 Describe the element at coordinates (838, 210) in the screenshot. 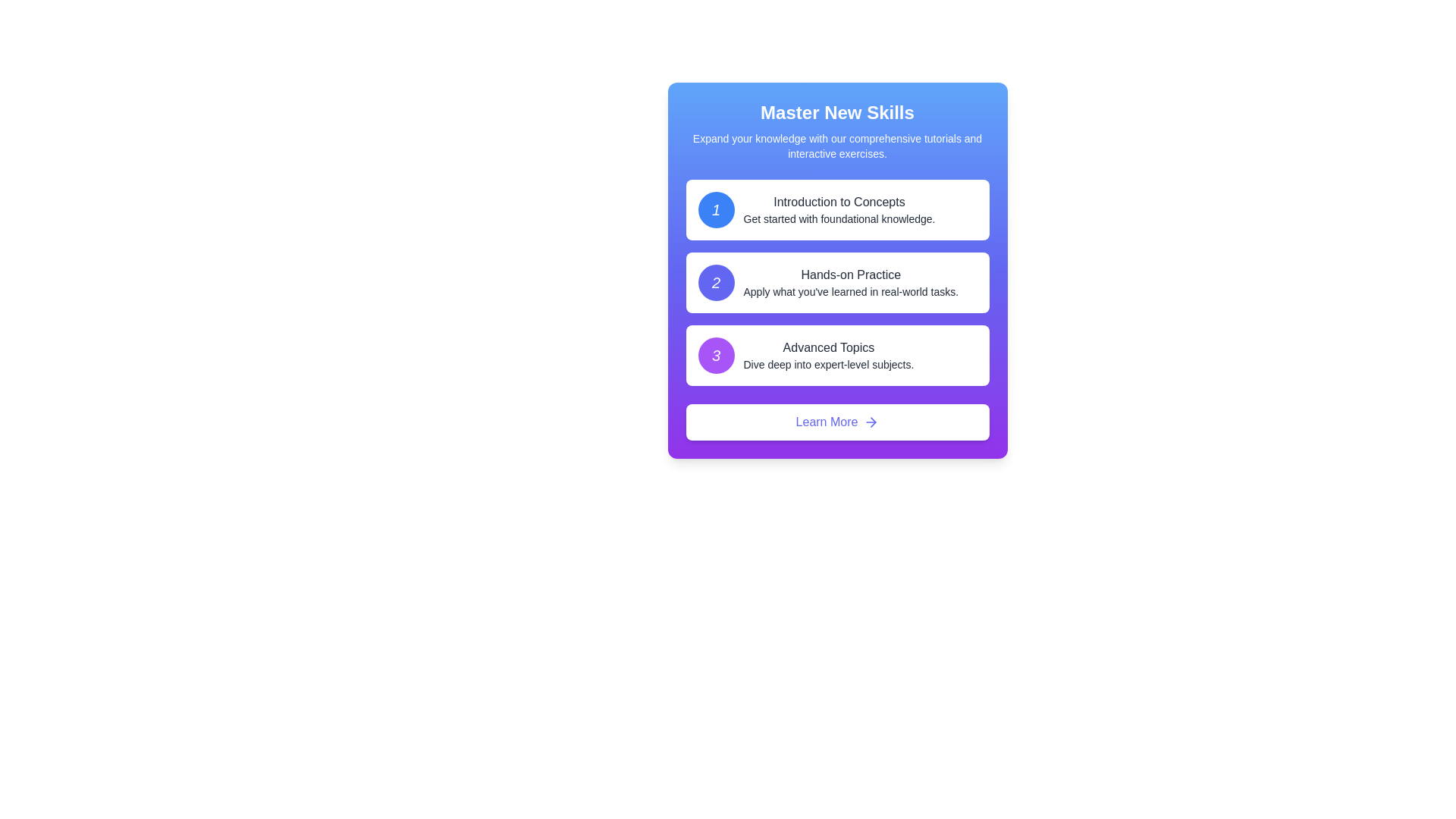

I see `the text display element that shows 'Introduction to Concepts' and 'Get started with foundational knowledge.' which is the first item in a vertically arranged list with a blue circular background containing the number '1'` at that location.